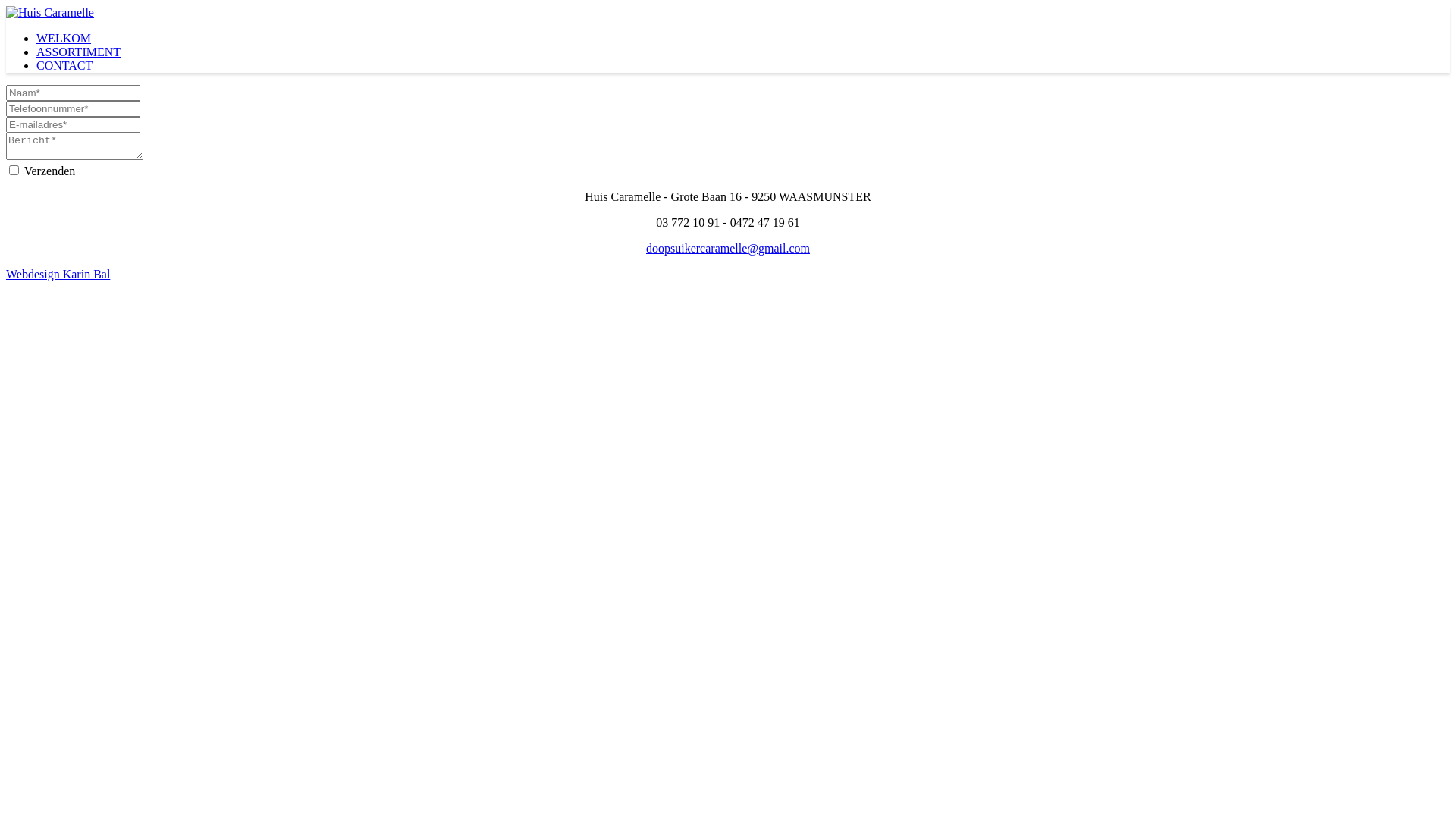 The height and width of the screenshot is (819, 1456). I want to click on 'doopsuikercaramelle@gmail.com', so click(728, 247).